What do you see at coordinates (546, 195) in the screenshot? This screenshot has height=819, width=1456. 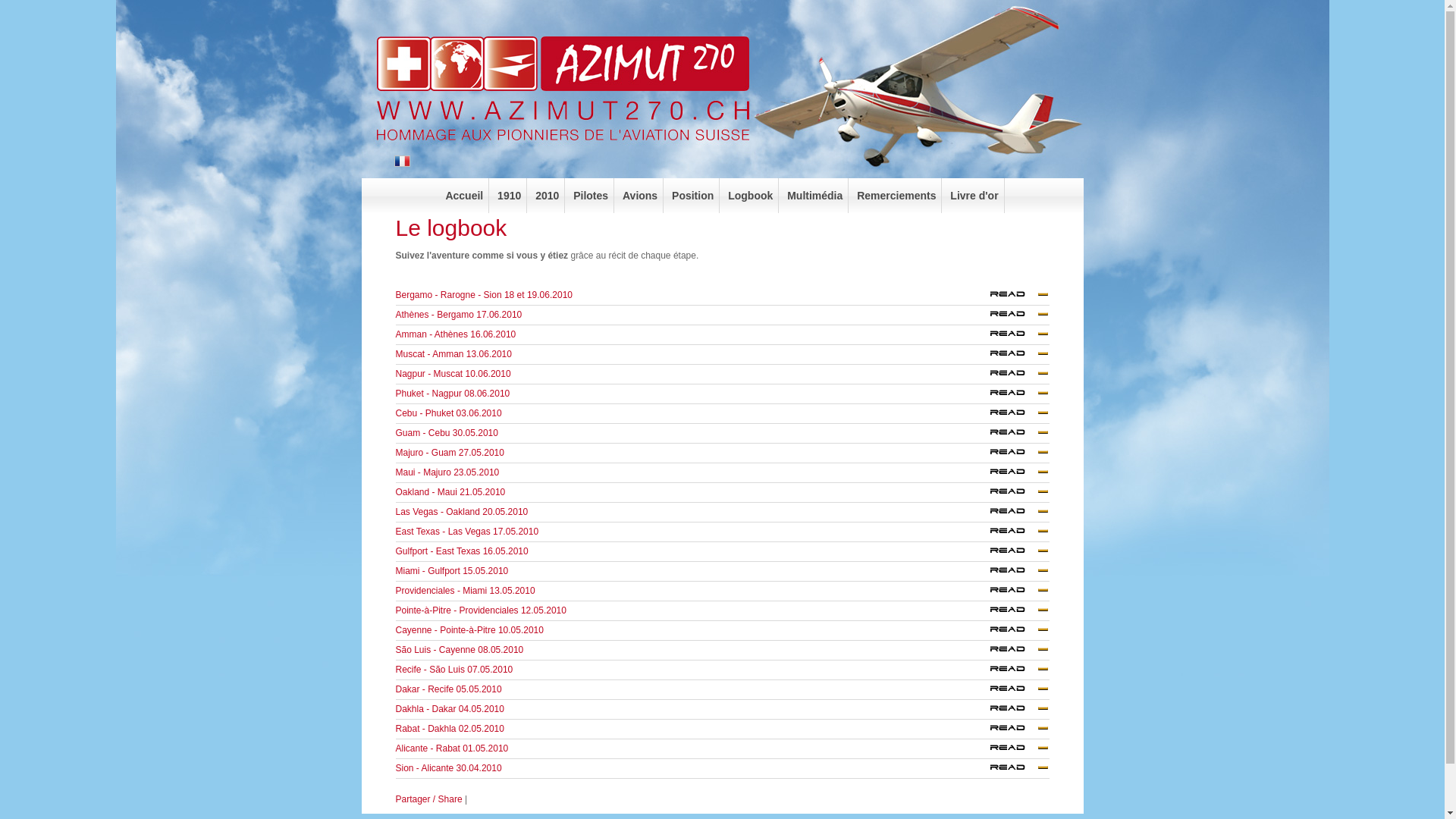 I see `'2010'` at bounding box center [546, 195].